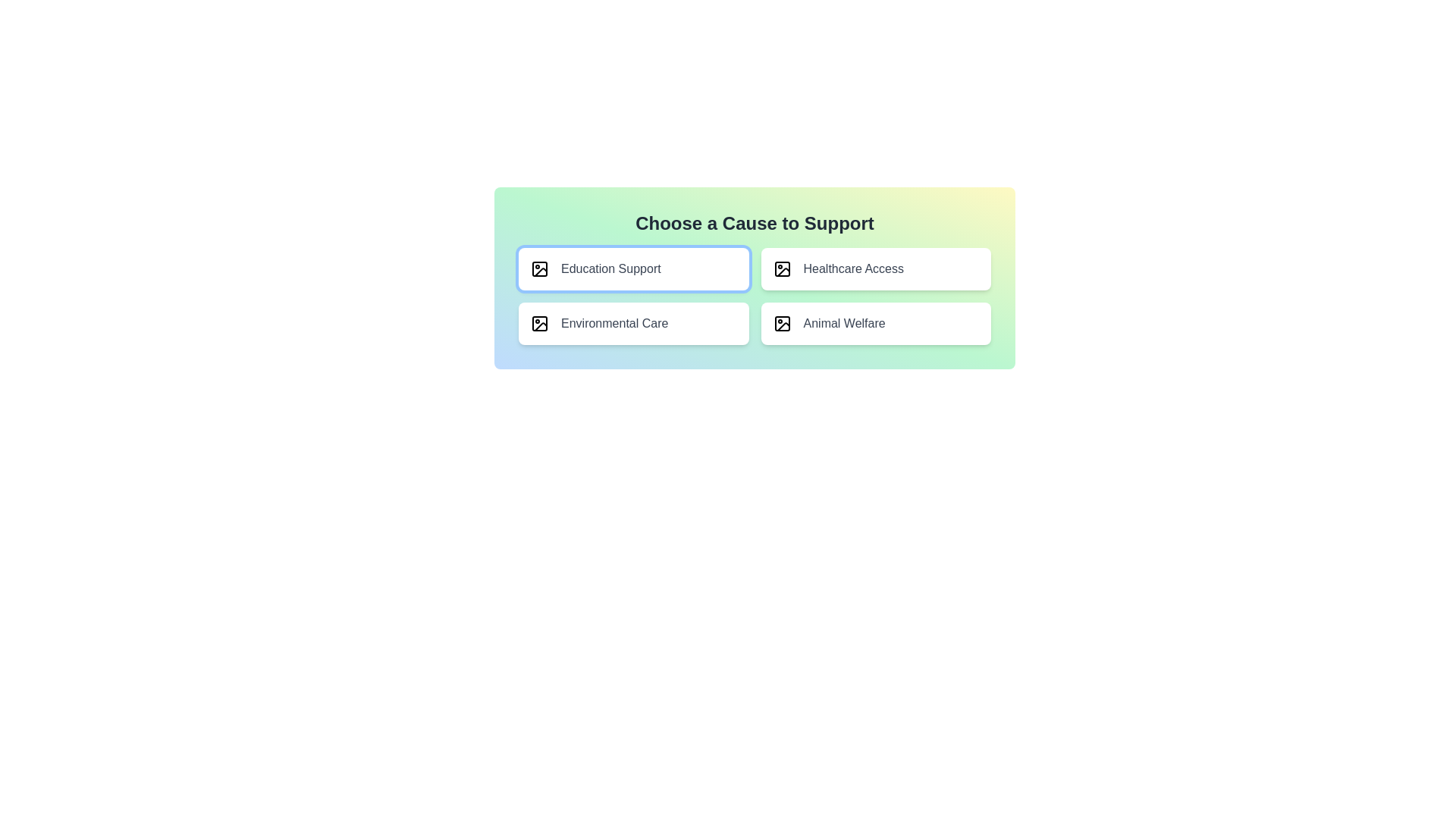 The width and height of the screenshot is (1456, 819). I want to click on the 'Animal Welfare' text label which is styled in medium font size and gray color, located in the bottom-right cell of a 2x2 grid layout, beneath 'Healthcare Access' and, so click(843, 323).